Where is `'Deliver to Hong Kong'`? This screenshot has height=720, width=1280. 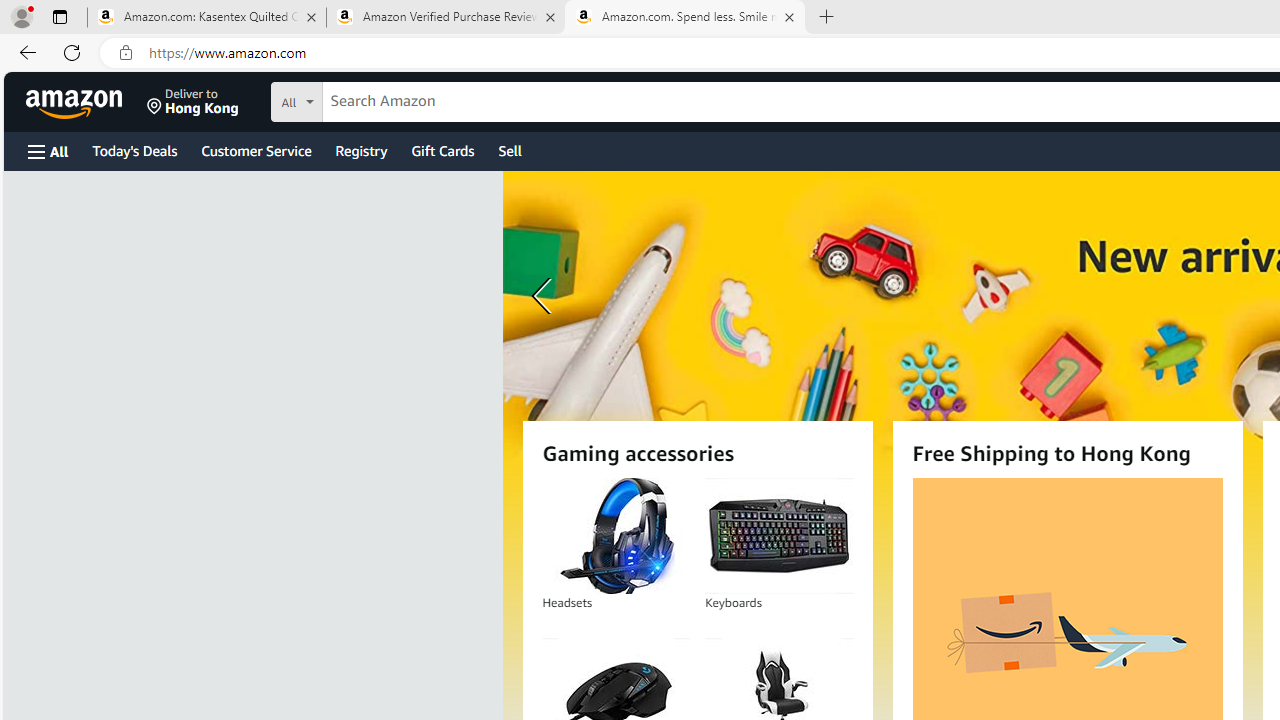
'Deliver to Hong Kong' is located at coordinates (193, 101).